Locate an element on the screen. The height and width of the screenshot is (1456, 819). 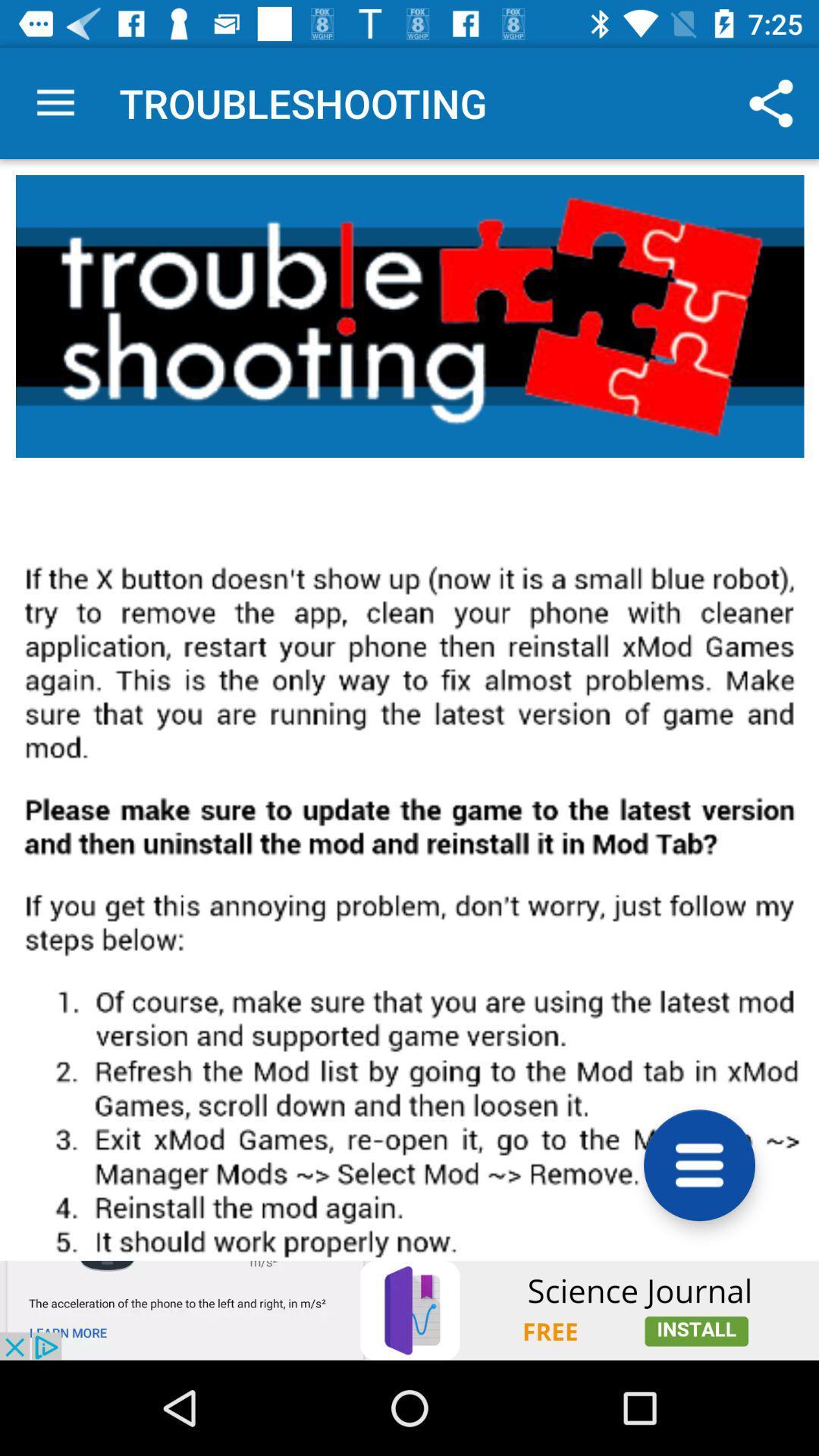
navigation menu is located at coordinates (699, 1164).